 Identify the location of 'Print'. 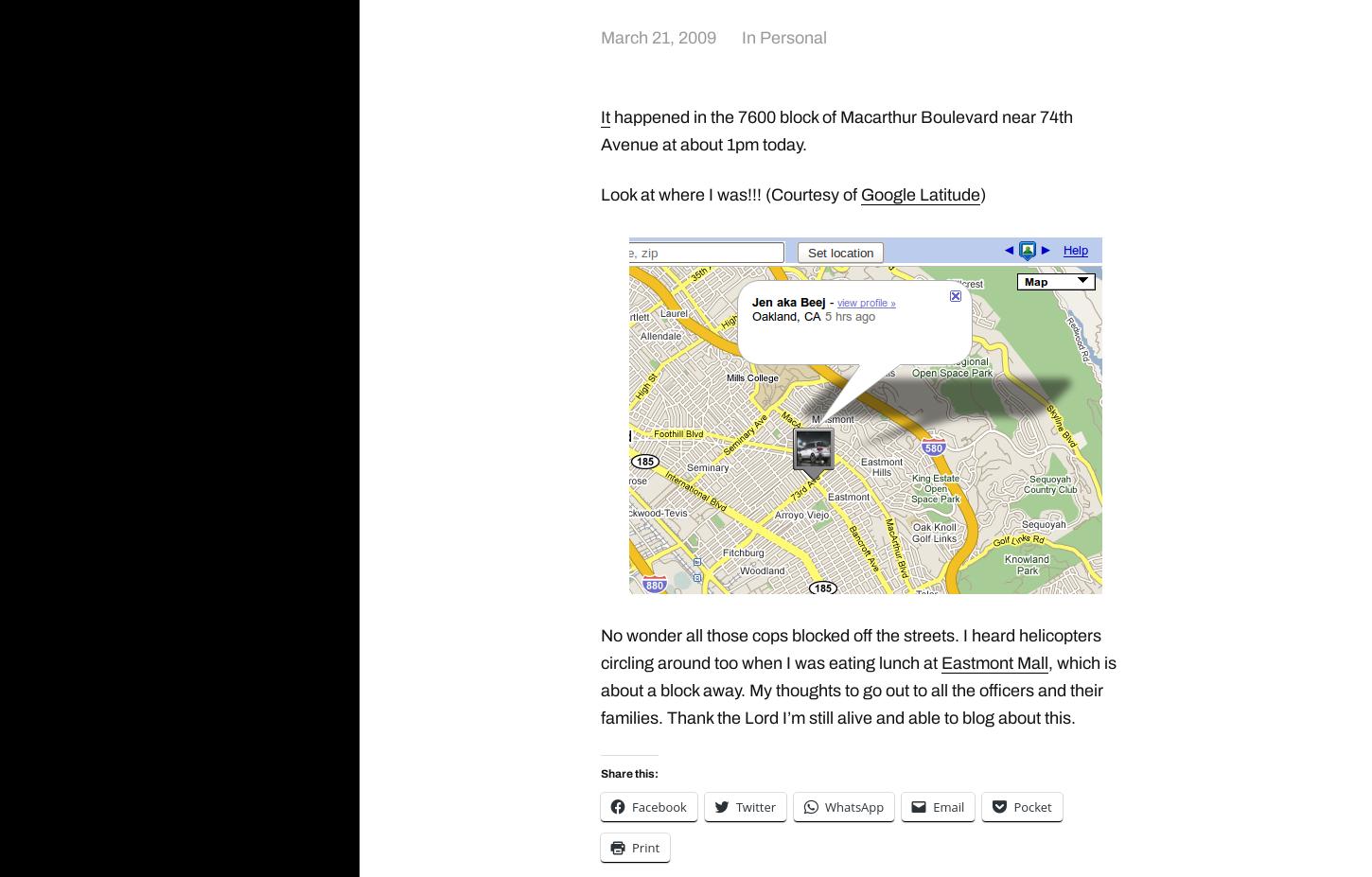
(644, 847).